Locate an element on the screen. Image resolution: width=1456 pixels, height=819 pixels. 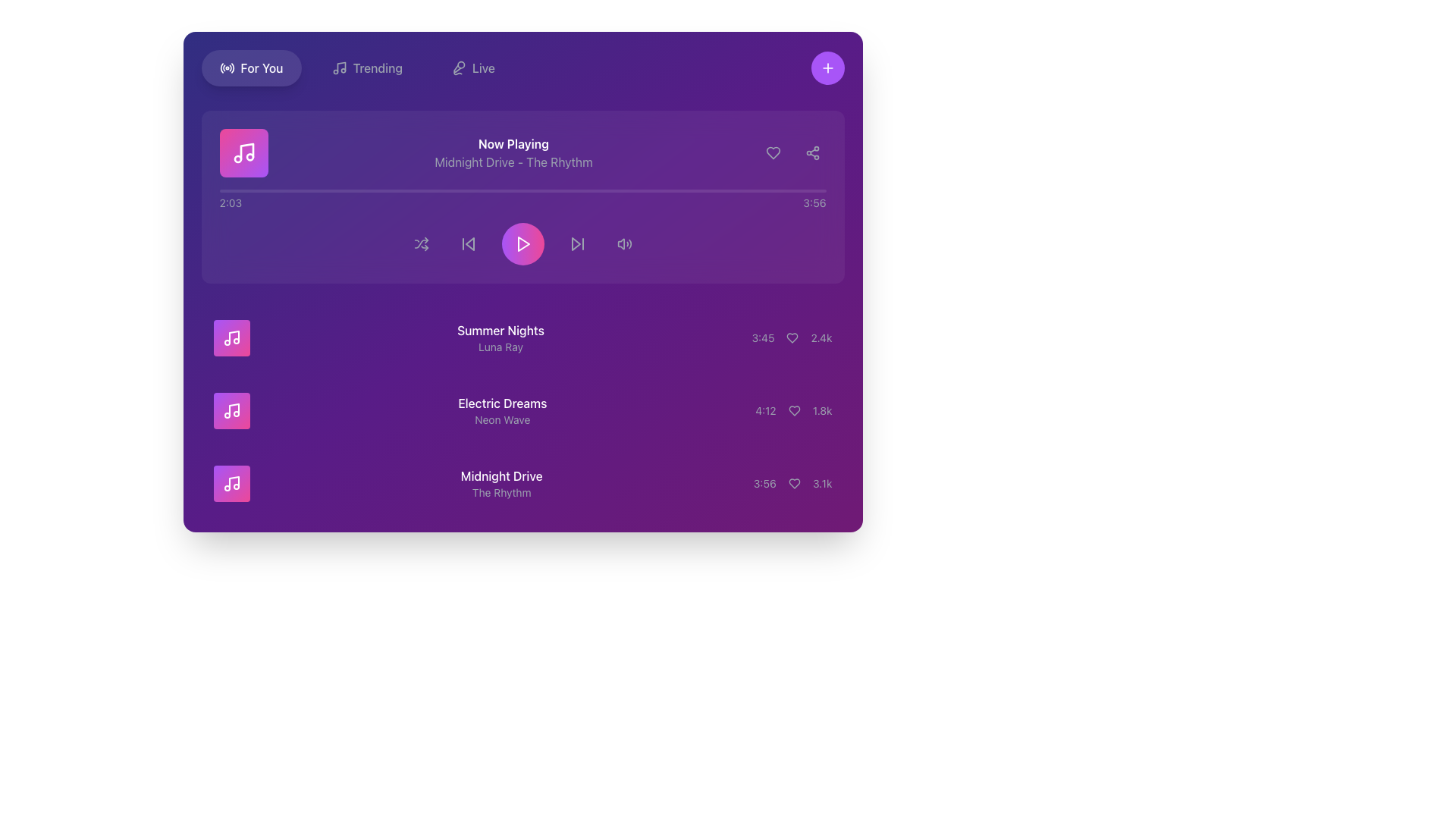
the heart icon located in the bottom-right corner adjacent to 'Midnight Drive' is located at coordinates (793, 483).